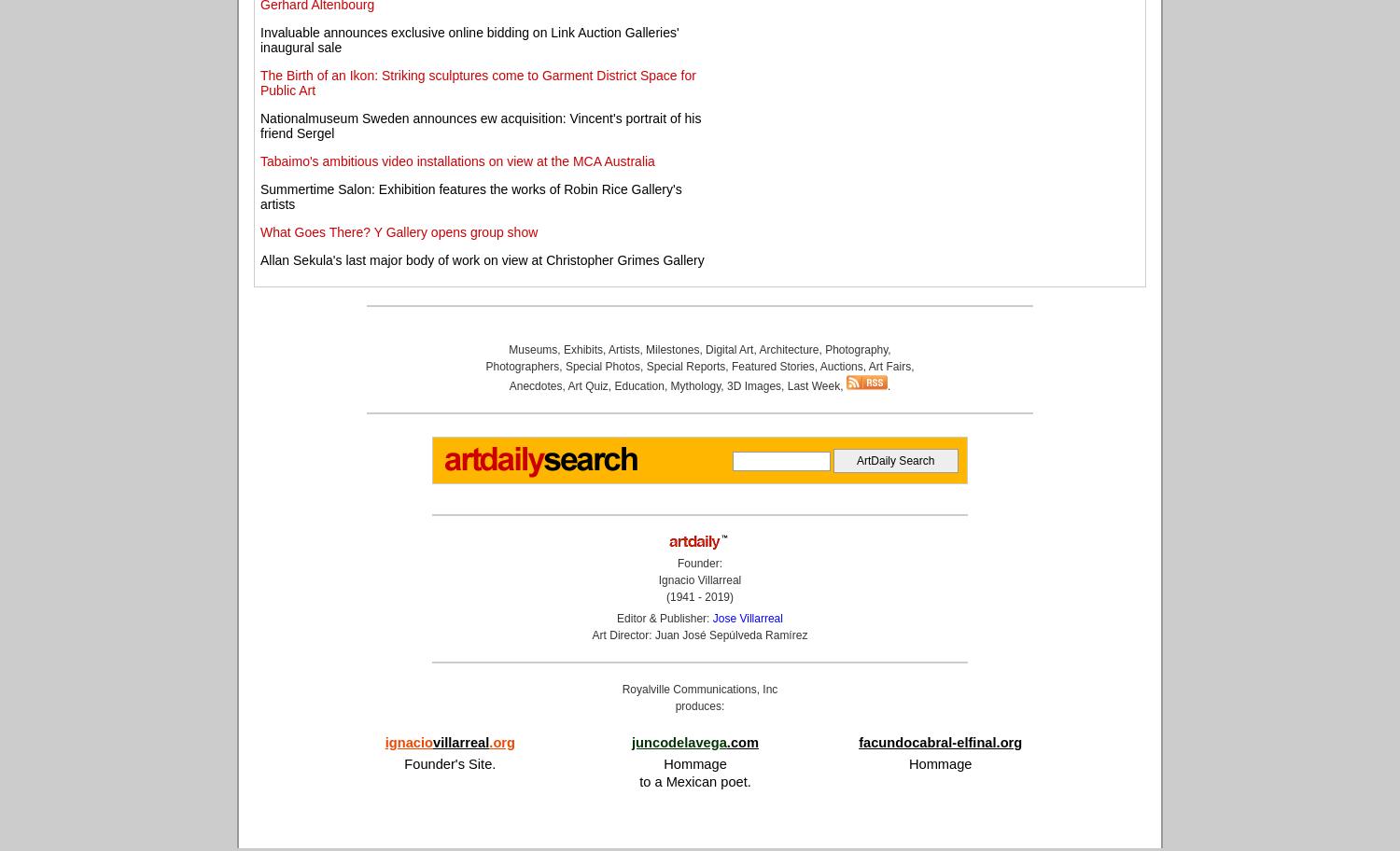  Describe the element at coordinates (459, 741) in the screenshot. I see `'villarreal'` at that location.